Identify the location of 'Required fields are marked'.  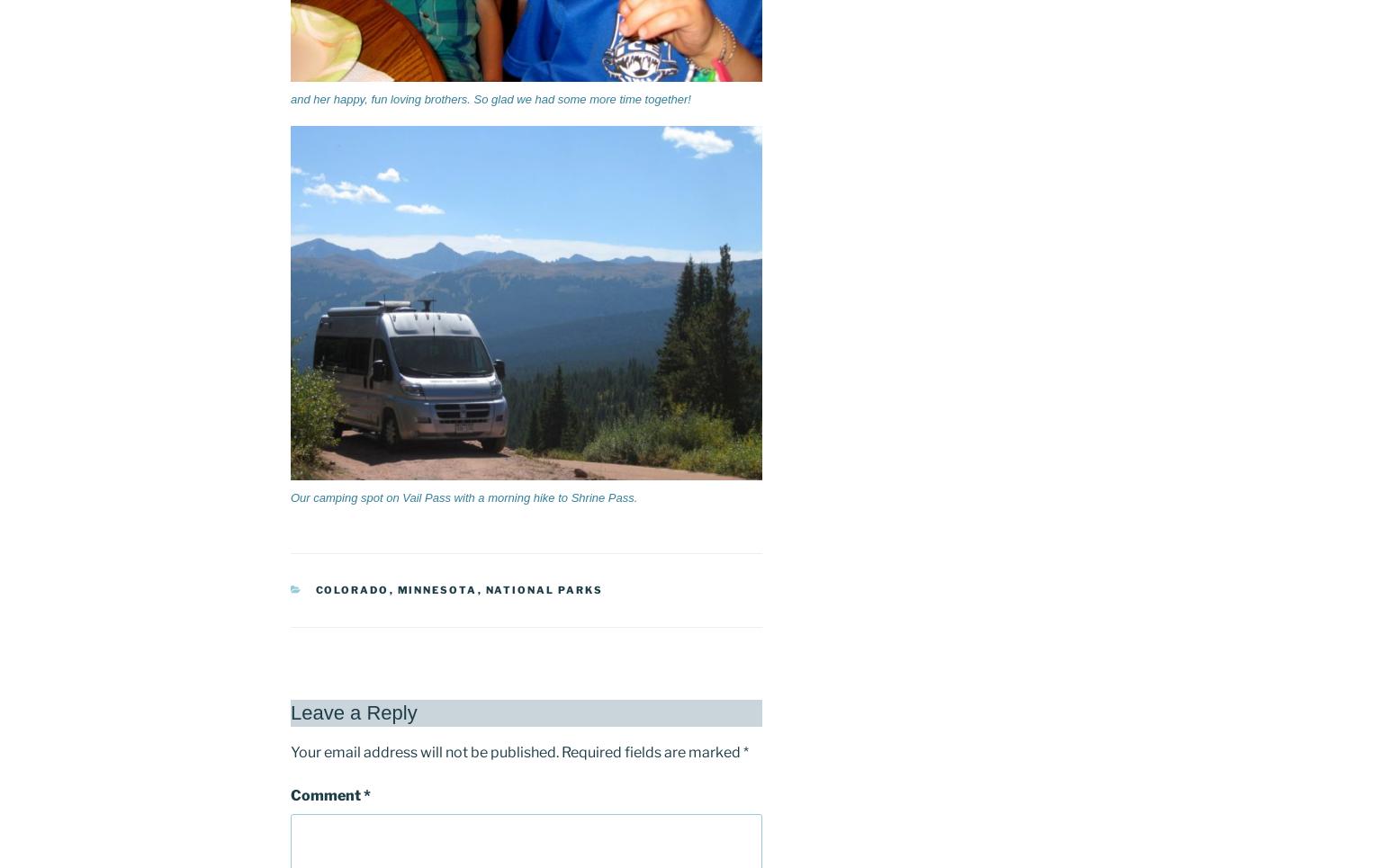
(652, 750).